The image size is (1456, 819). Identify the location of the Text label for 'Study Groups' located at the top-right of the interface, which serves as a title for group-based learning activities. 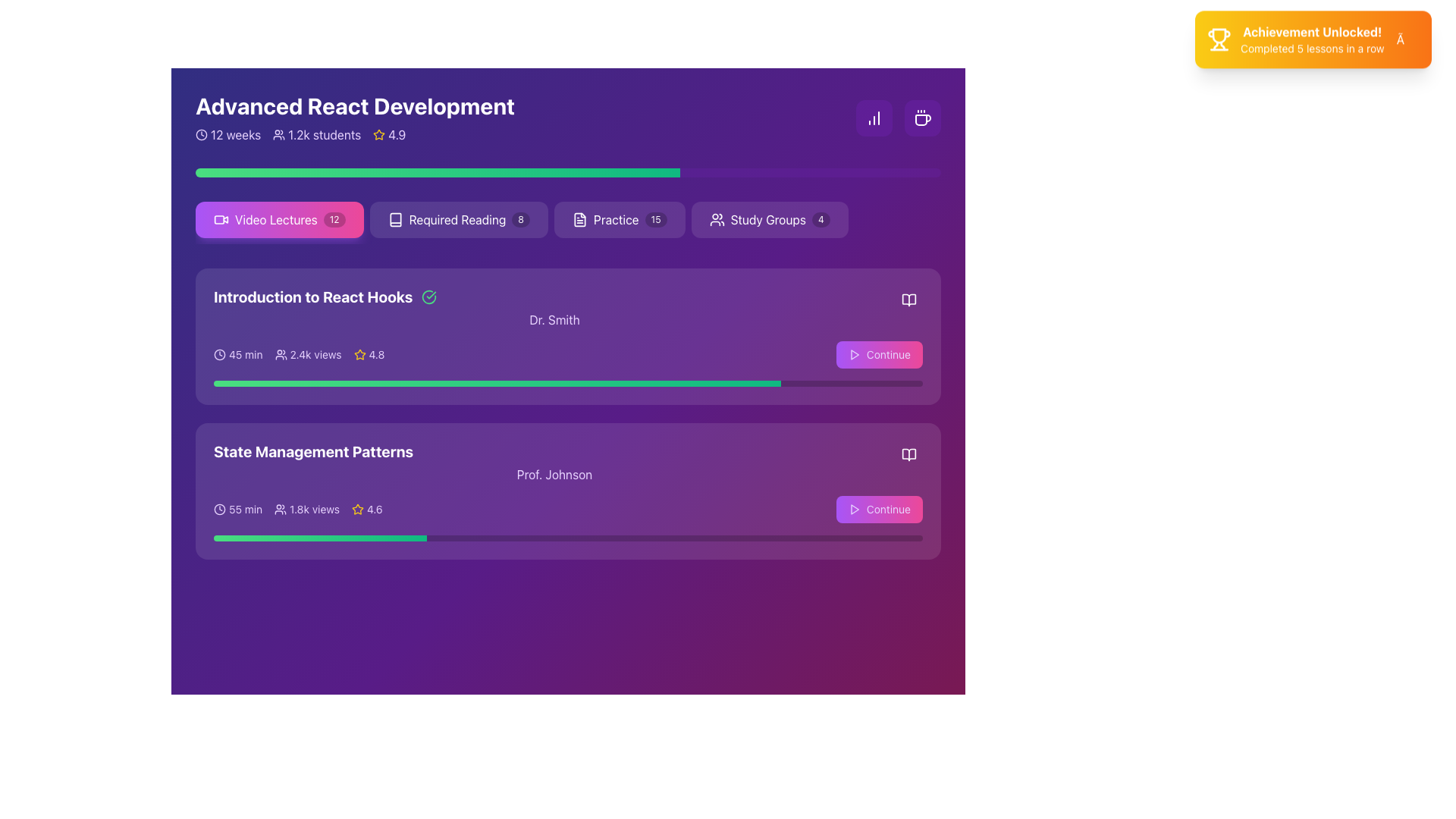
(768, 219).